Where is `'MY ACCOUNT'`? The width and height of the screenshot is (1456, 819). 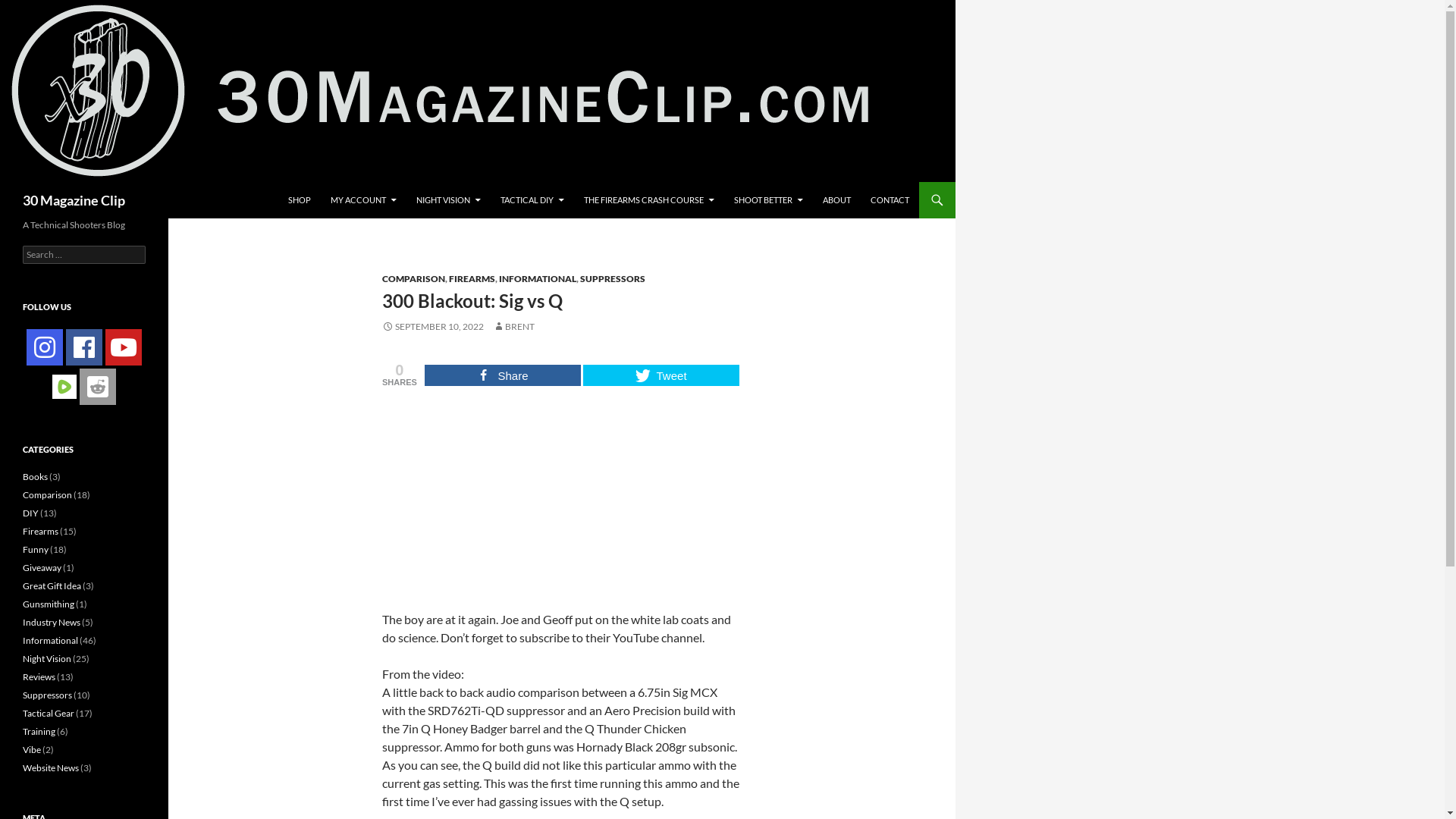
'MY ACCOUNT' is located at coordinates (362, 199).